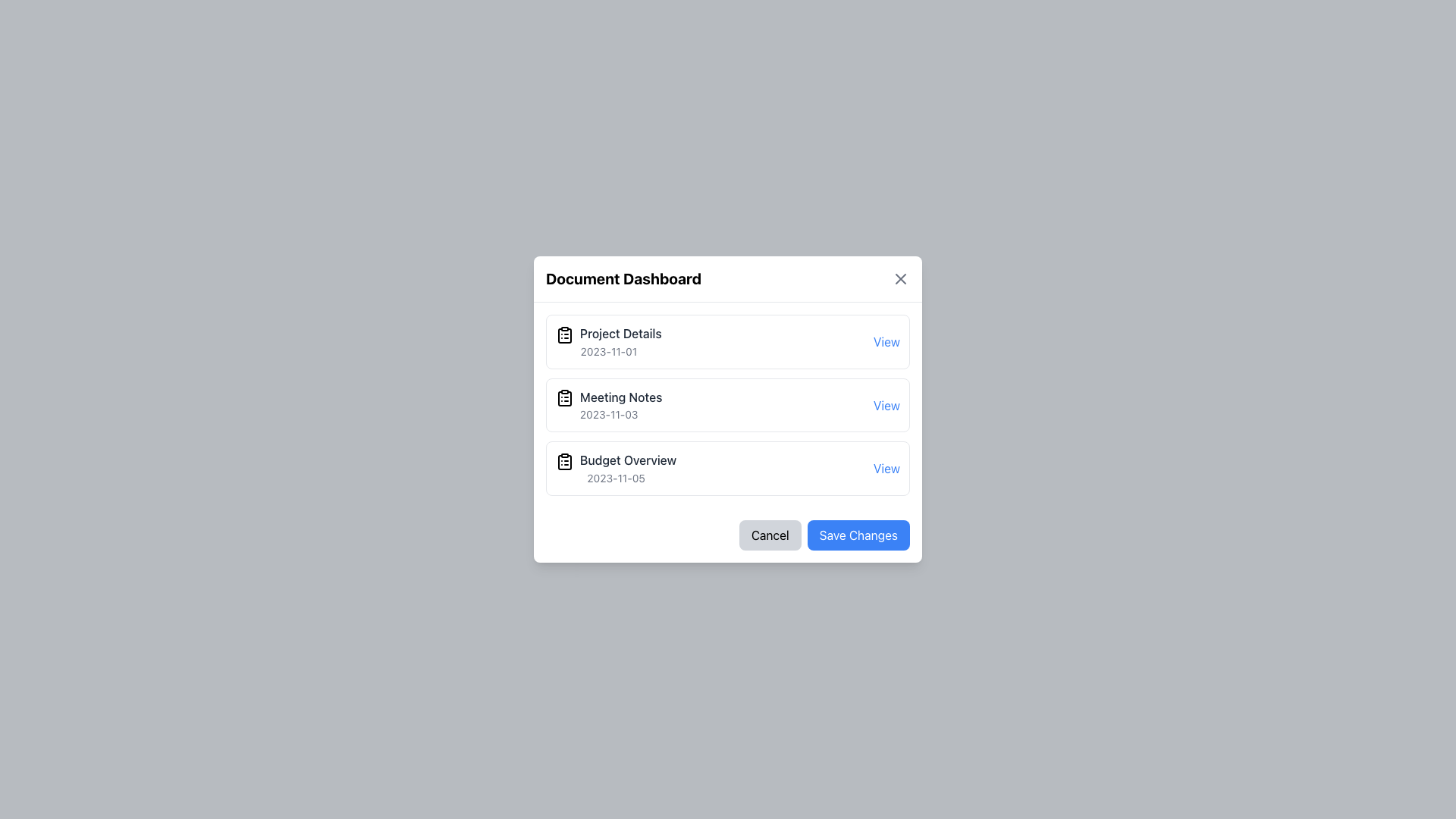 This screenshot has width=1456, height=819. I want to click on the first list item in the 'Document Dashboard' modal, which displays its title, associated date, and link for further actions, so click(728, 341).